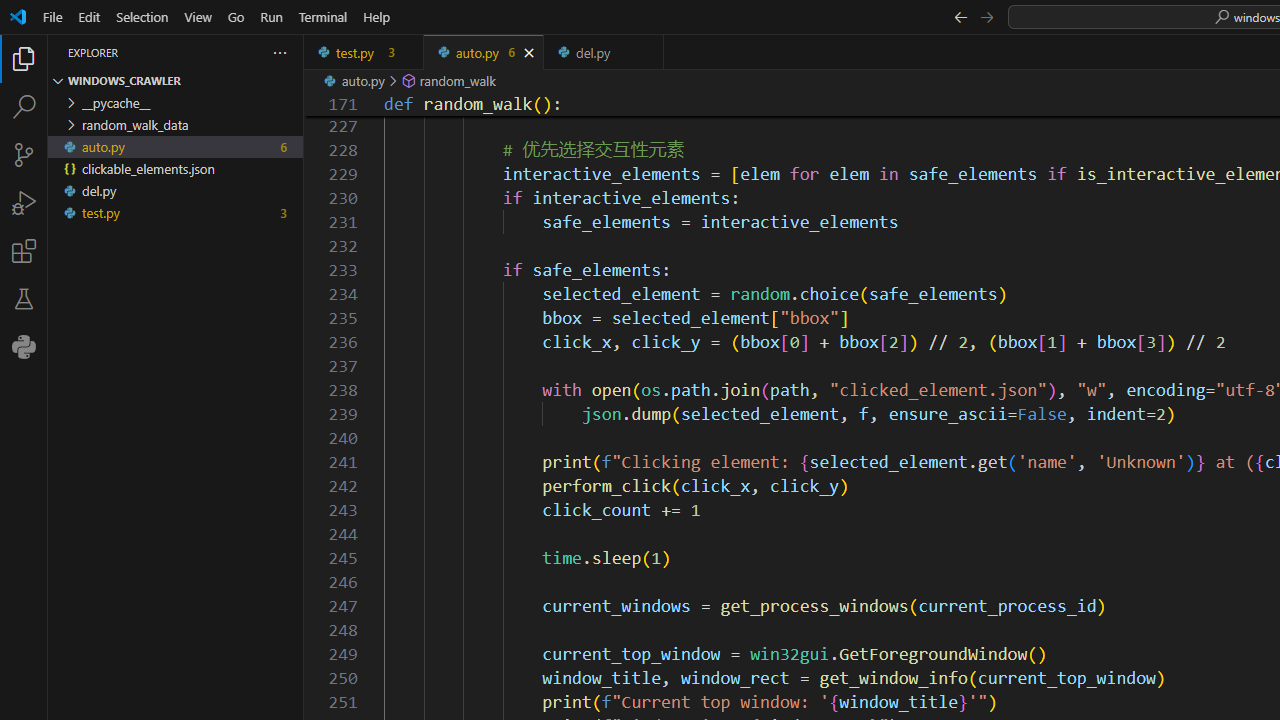 The width and height of the screenshot is (1280, 720). I want to click on 'Run and Debug (Ctrl+Shift+D)', so click(24, 203).